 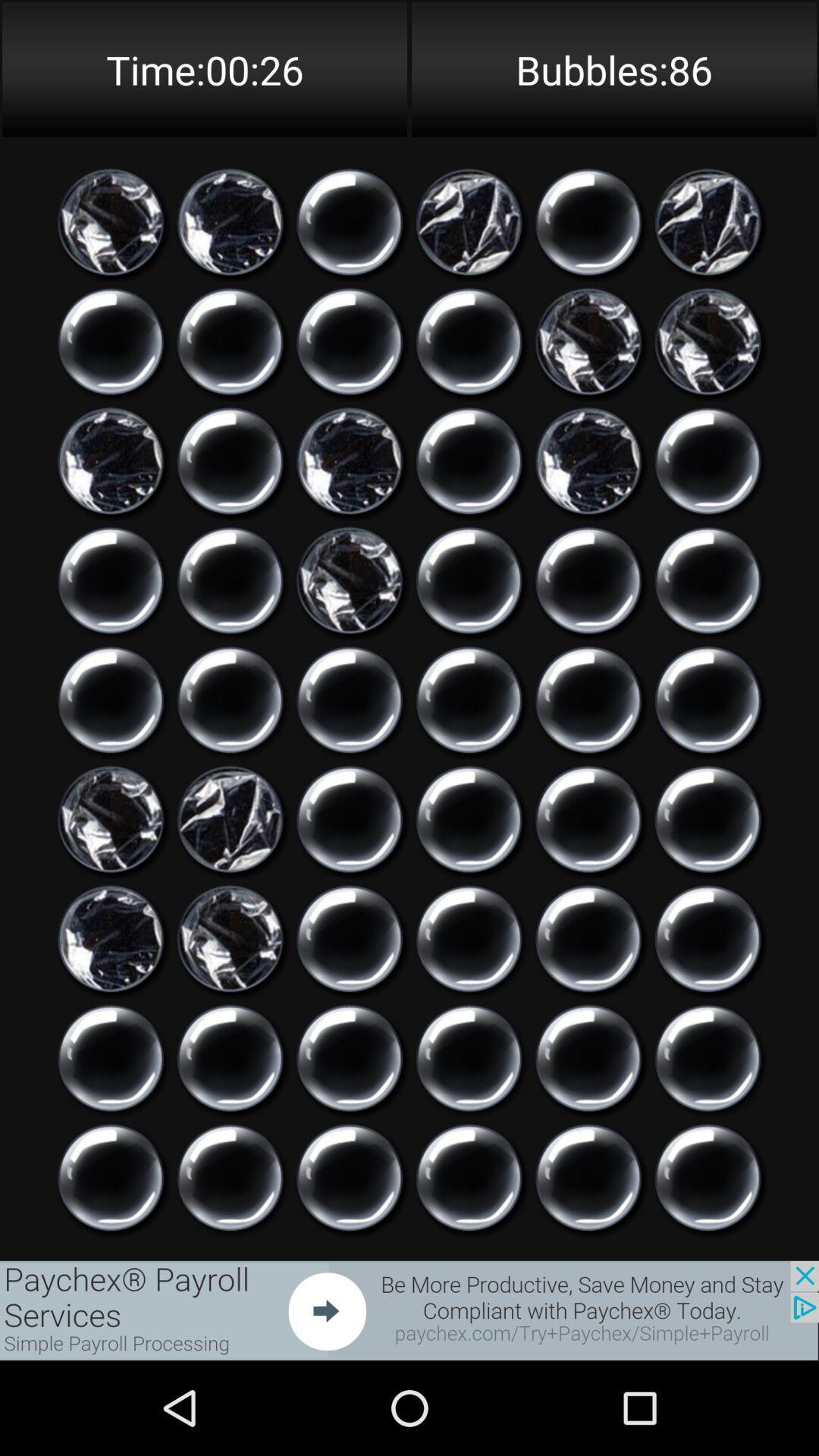 What do you see at coordinates (110, 699) in the screenshot?
I see `touch to break bubble` at bounding box center [110, 699].